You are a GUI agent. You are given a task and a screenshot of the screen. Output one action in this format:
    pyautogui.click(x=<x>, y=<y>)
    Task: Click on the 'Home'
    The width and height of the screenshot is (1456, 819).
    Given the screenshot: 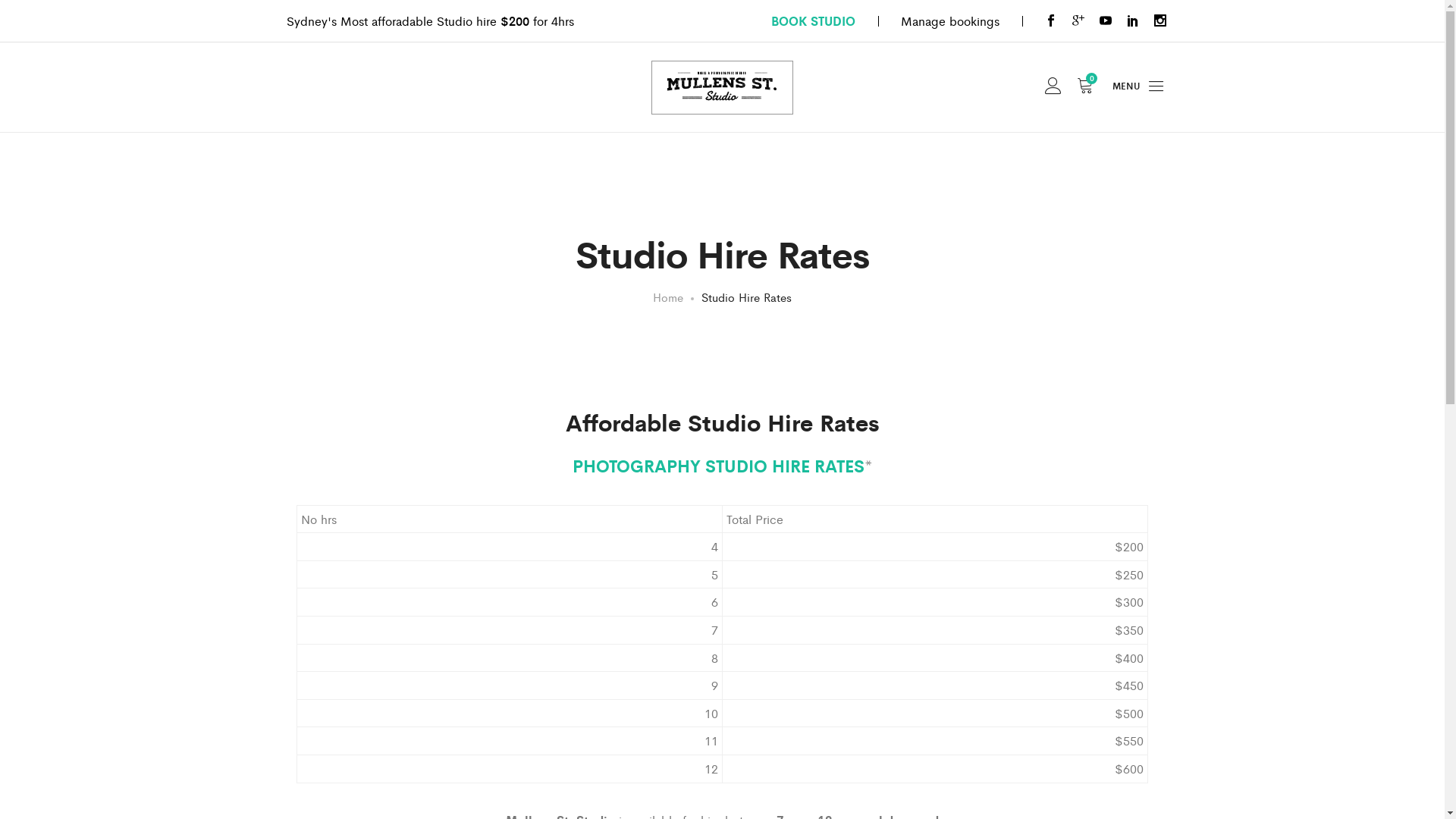 What is the action you would take?
    pyautogui.click(x=667, y=297)
    